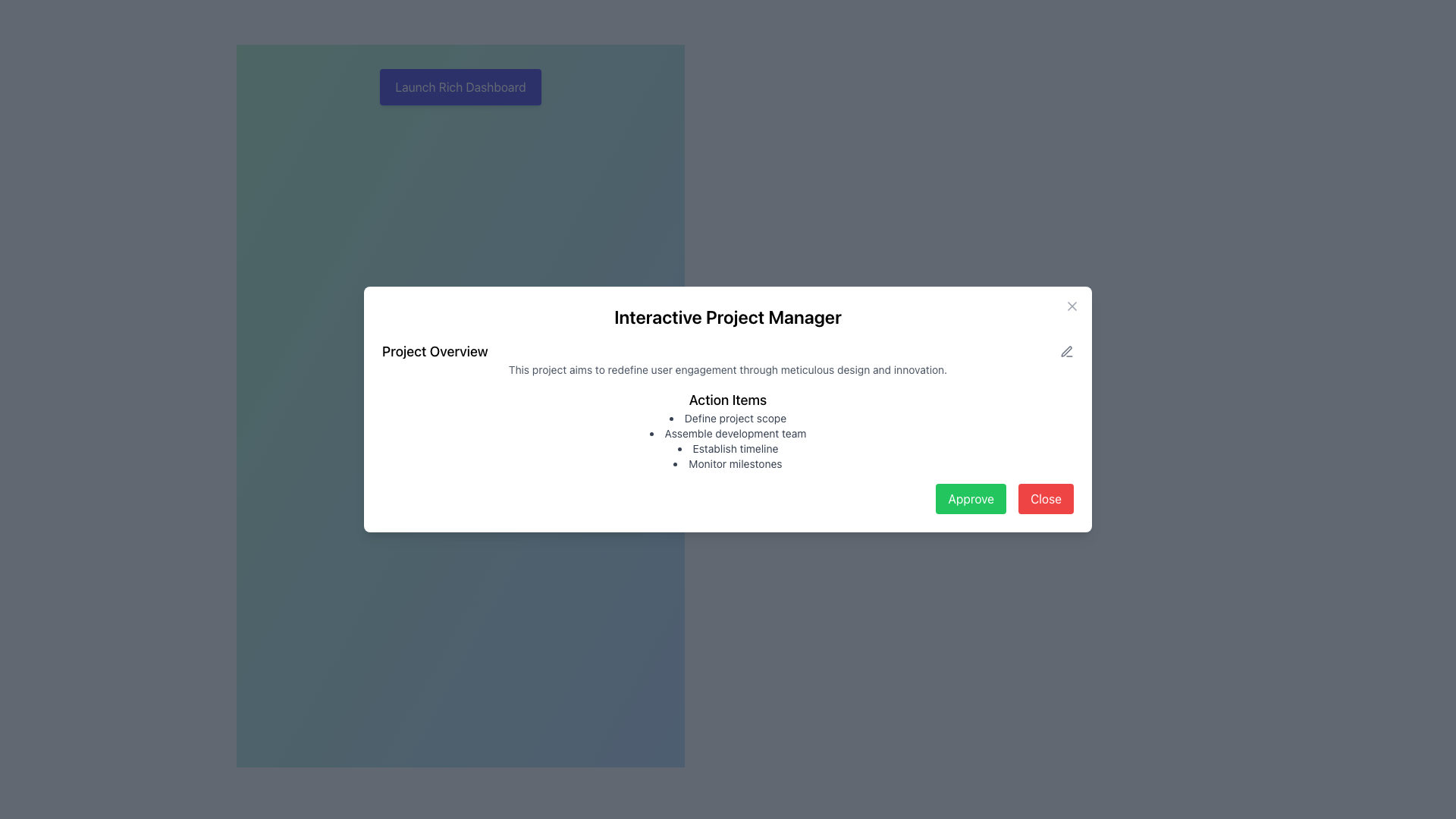 This screenshot has height=819, width=1456. I want to click on the Text List located below the 'Action Items' heading in the central region of the interface, so click(728, 441).